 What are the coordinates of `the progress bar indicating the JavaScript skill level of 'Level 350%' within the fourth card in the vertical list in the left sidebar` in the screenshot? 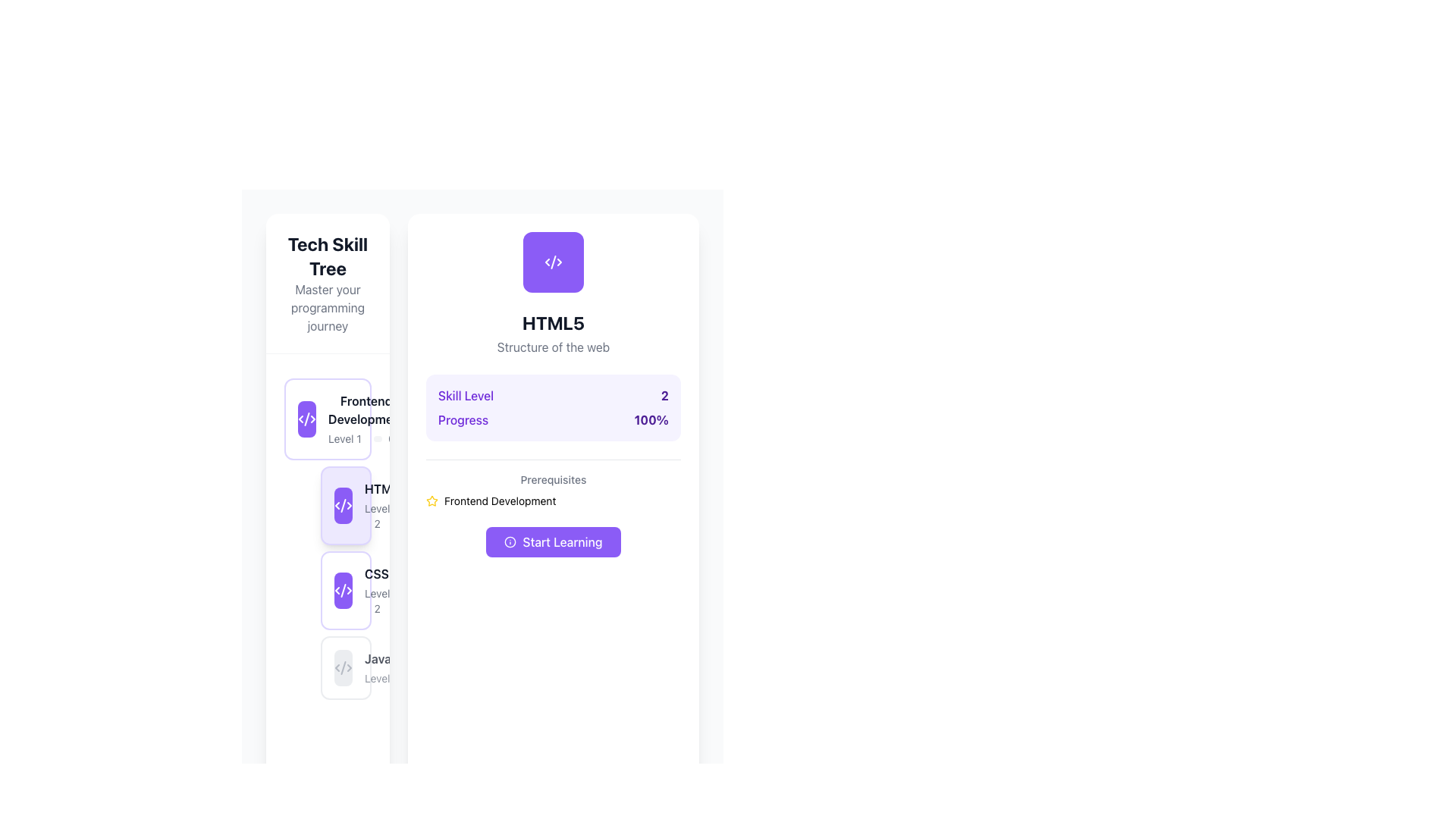 It's located at (403, 667).